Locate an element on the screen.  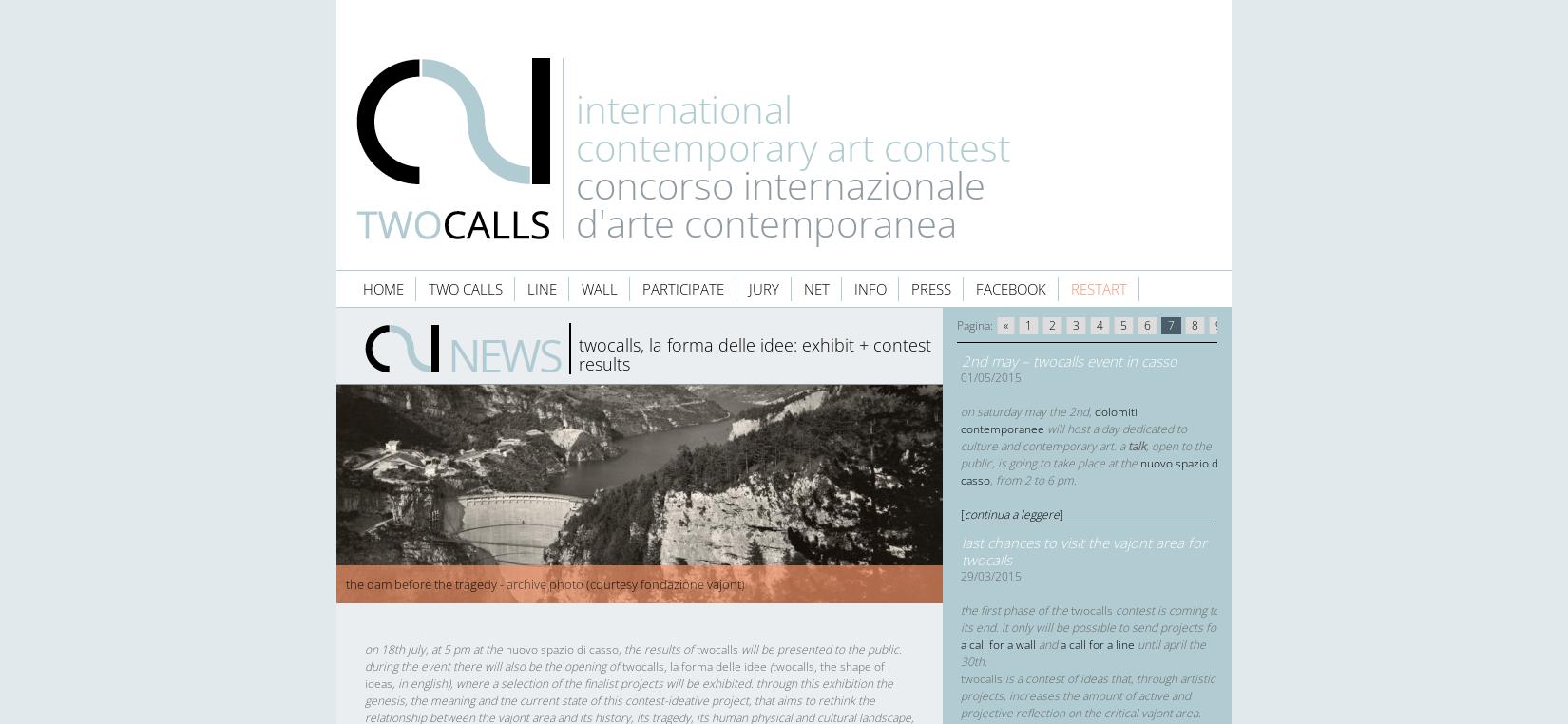
'Twocalls' is located at coordinates (717, 648).